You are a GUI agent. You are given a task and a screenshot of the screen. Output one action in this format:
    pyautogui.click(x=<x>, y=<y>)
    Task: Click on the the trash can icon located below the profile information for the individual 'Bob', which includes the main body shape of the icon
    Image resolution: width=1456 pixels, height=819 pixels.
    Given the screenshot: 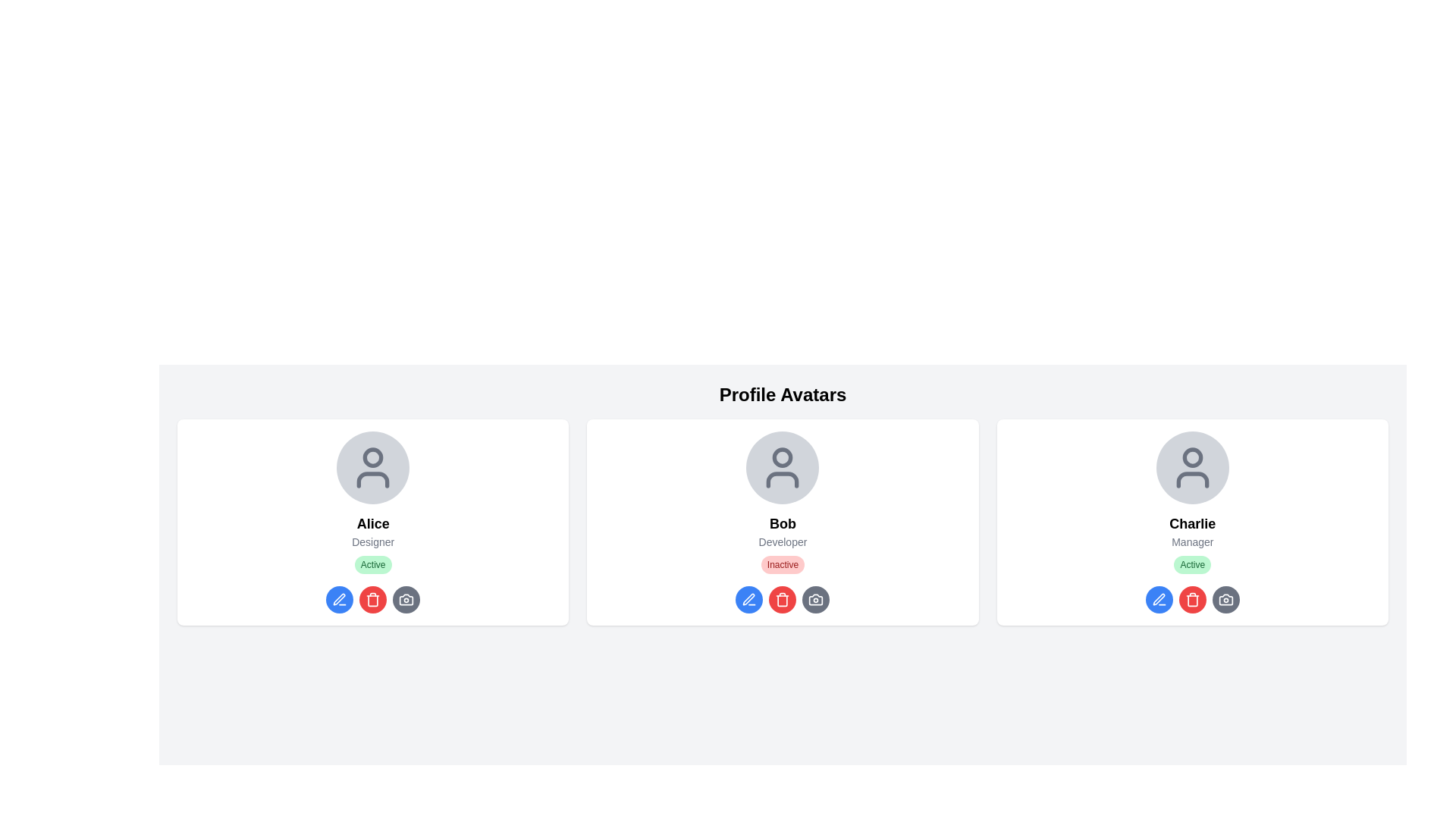 What is the action you would take?
    pyautogui.click(x=783, y=600)
    